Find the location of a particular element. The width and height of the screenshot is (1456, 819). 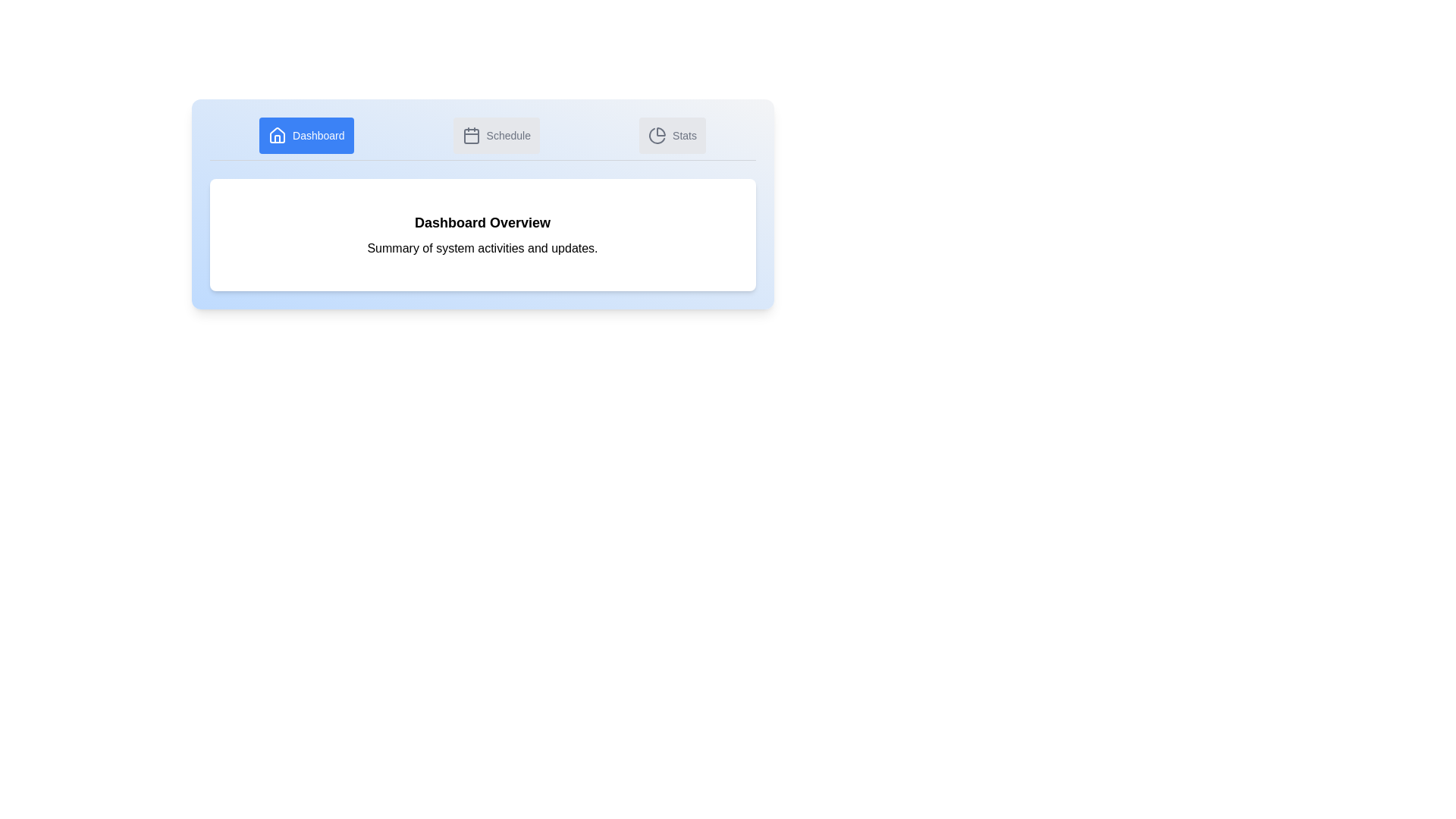

the Schedule tab by clicking on it is located at coordinates (496, 134).